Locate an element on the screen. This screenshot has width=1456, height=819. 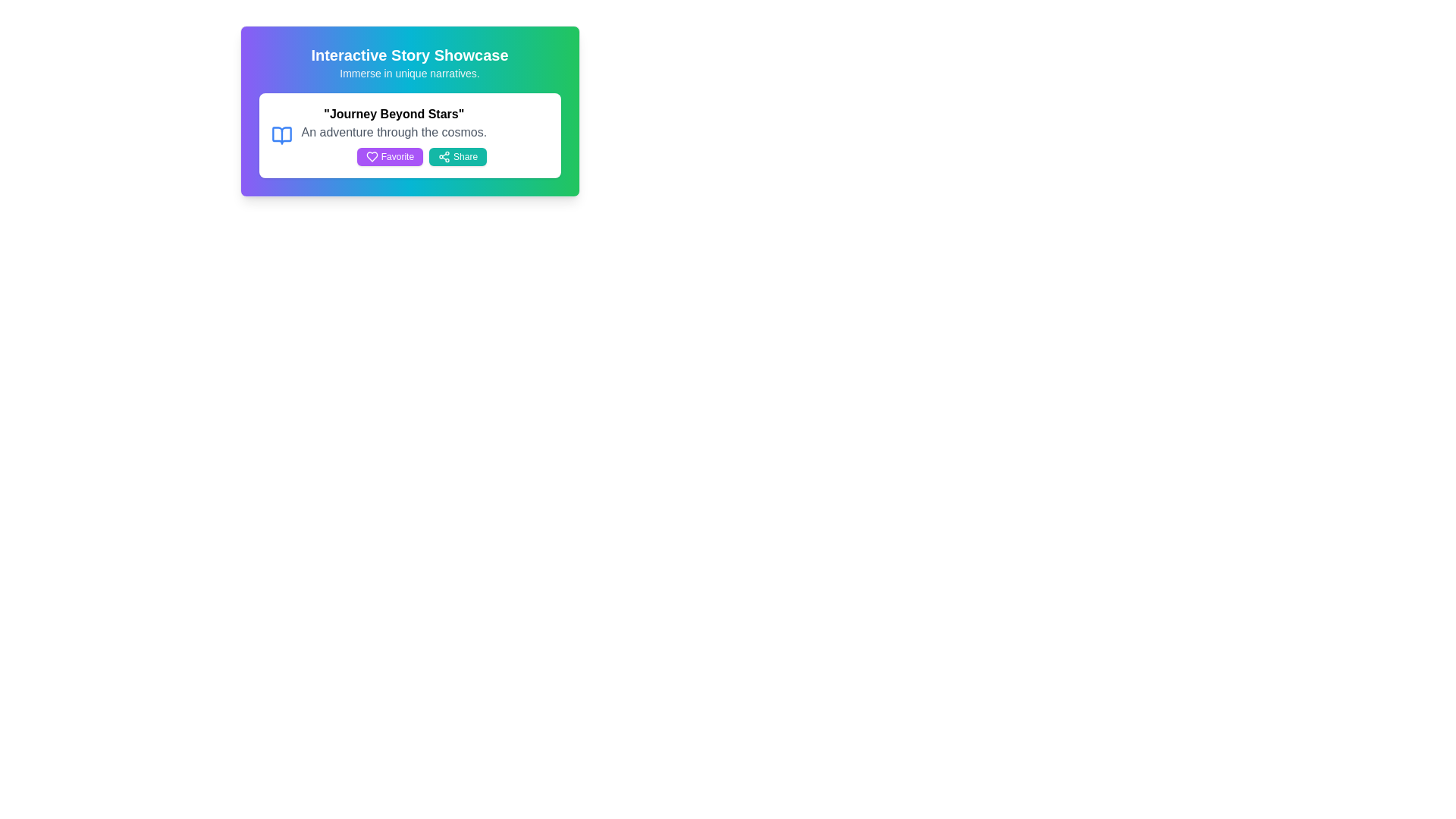
the text label that provides a descriptive subtitle for the title 'Journey Beyond Stars', positioned directly below the title and above the buttons labeled 'Favorite' and 'Share' is located at coordinates (394, 131).